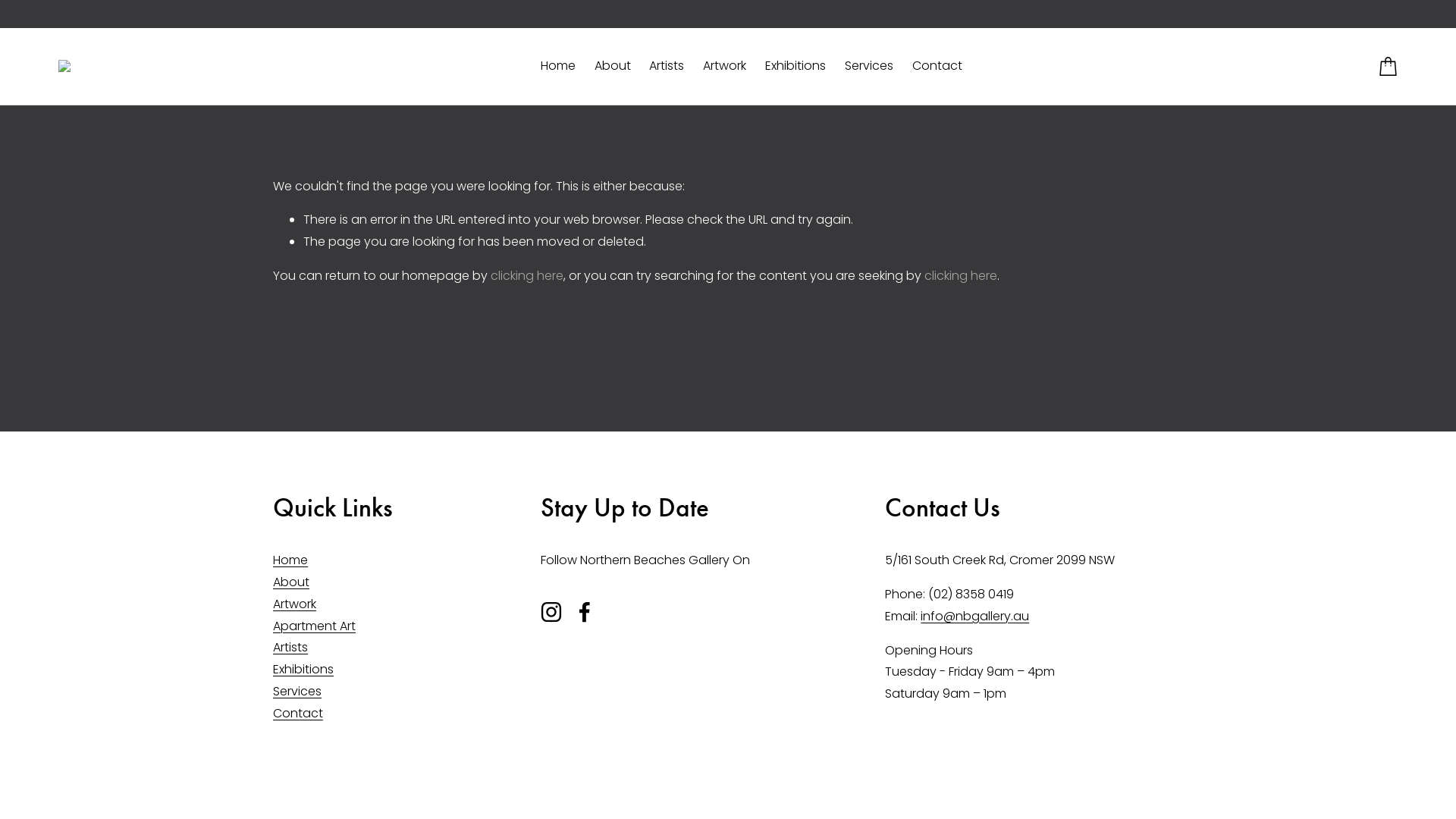 The image size is (1456, 819). Describe the element at coordinates (303, 669) in the screenshot. I see `'Exhibitions'` at that location.